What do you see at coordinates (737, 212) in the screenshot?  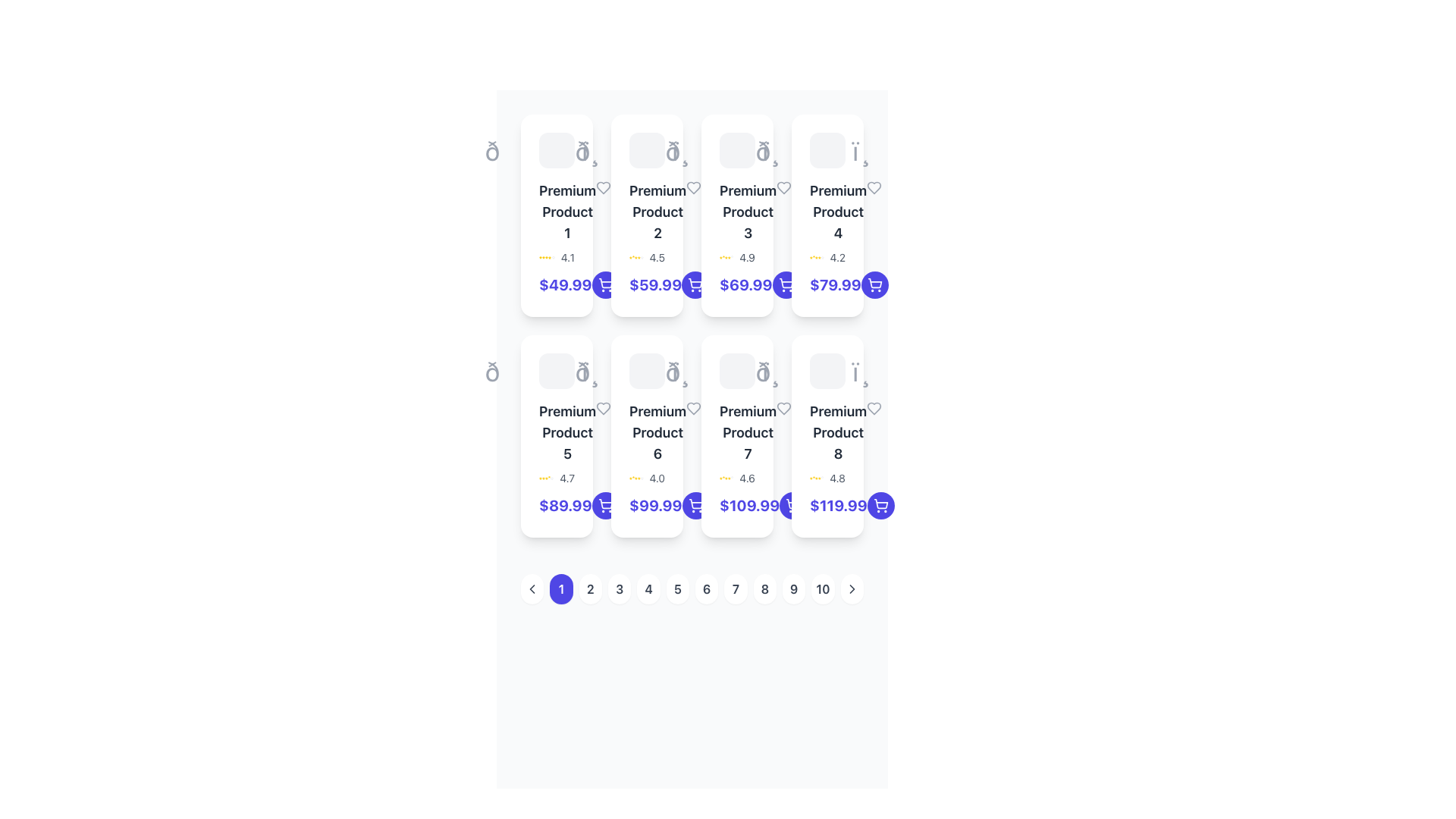 I see `the text label that identifies the associated product, located centrally within the third card from the left in the first row of the product grid` at bounding box center [737, 212].